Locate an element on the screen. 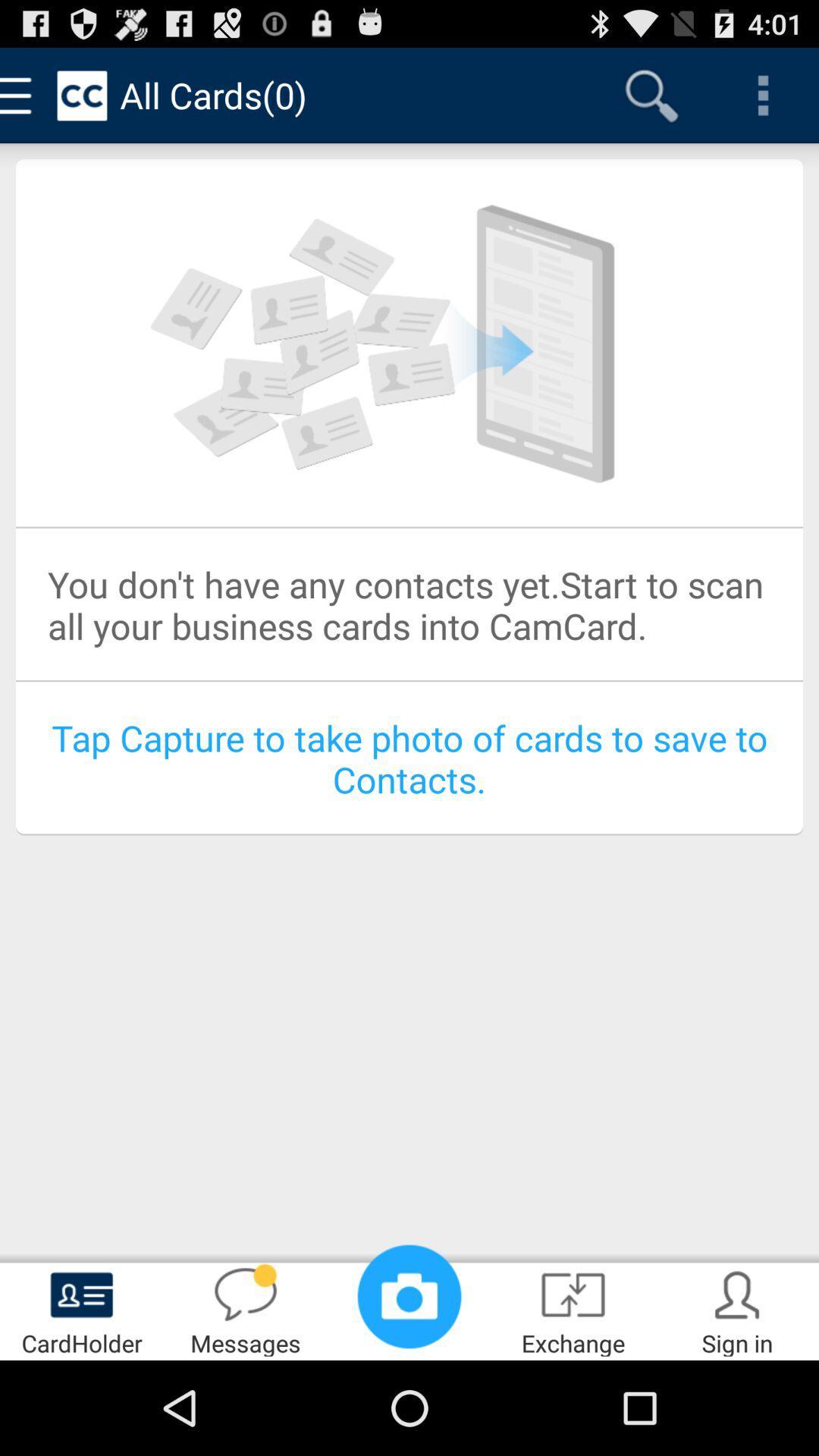 The image size is (819, 1456). 3 dots on top right of page is located at coordinates (763, 94).